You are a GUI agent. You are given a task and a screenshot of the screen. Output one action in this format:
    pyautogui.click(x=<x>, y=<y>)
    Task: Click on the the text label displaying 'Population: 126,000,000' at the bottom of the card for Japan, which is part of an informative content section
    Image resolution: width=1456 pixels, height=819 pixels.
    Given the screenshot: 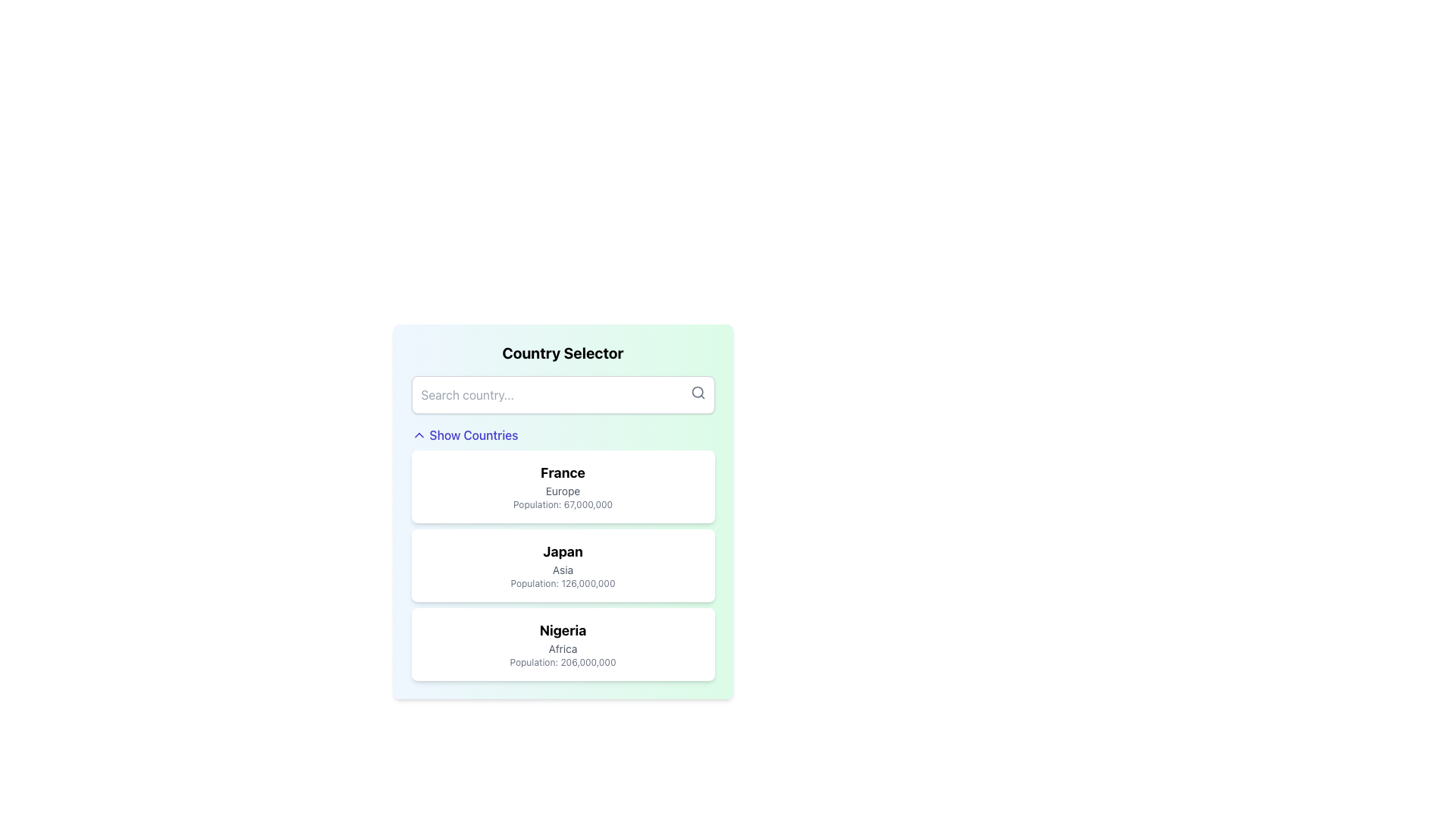 What is the action you would take?
    pyautogui.click(x=562, y=583)
    